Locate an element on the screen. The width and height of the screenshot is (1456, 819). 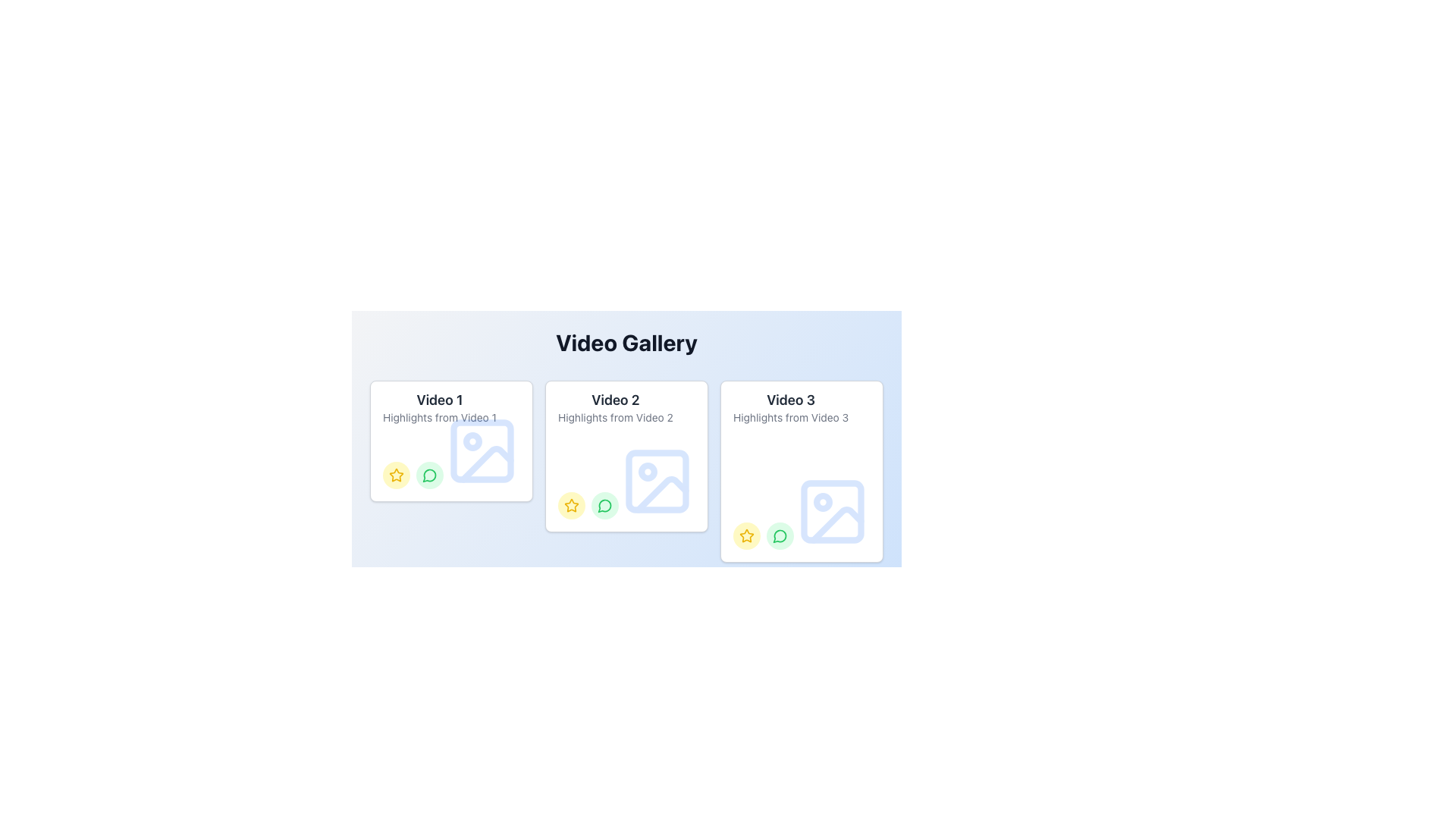
the messaging or comment button located below the 'Video 1' card in the 'Video Gallery' section, positioned to the right of the yellow star icon is located at coordinates (428, 475).